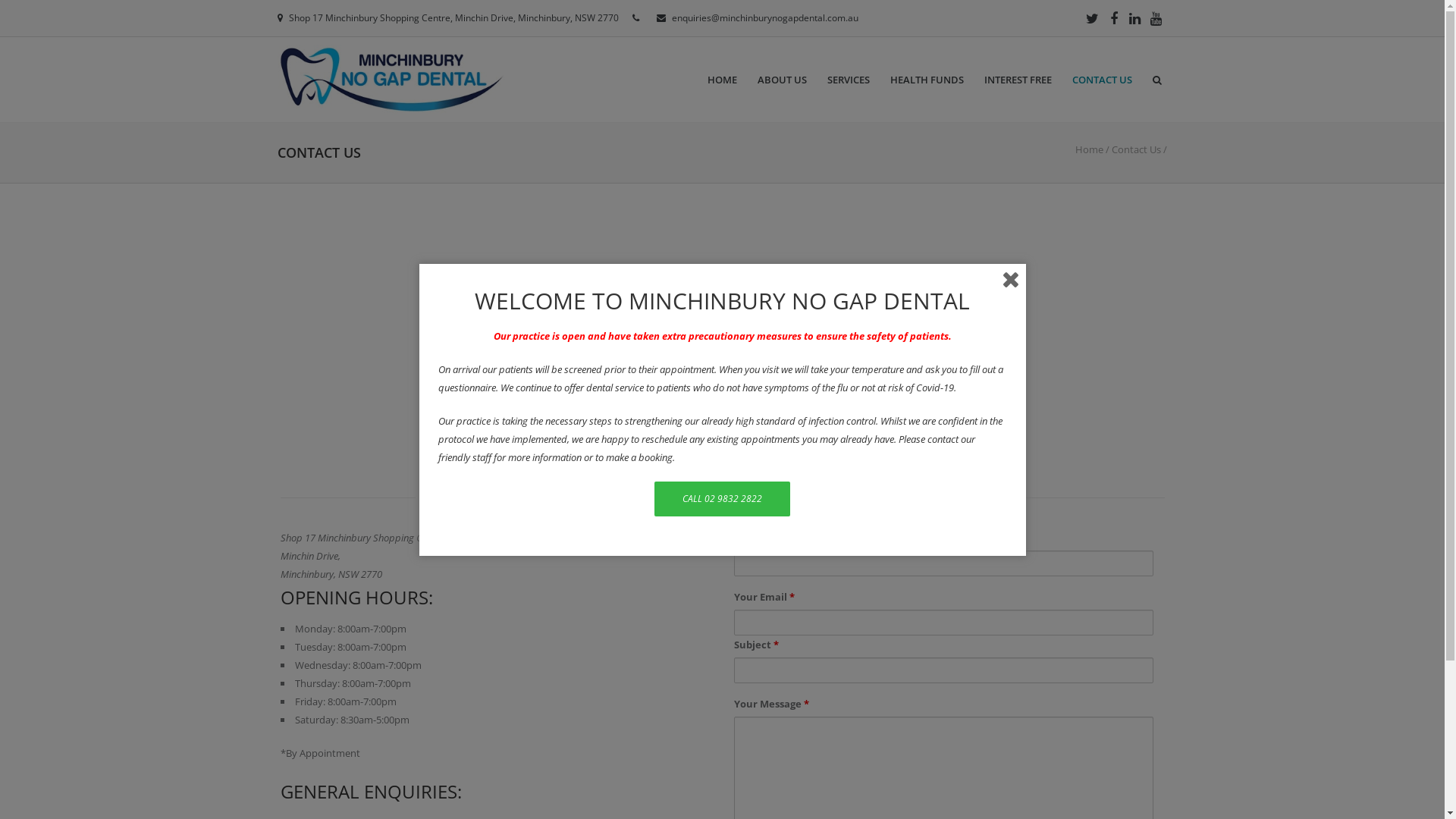 The image size is (1456, 819). What do you see at coordinates (671, 17) in the screenshot?
I see `'enquiries@minchinburynogapdental.com.au'` at bounding box center [671, 17].